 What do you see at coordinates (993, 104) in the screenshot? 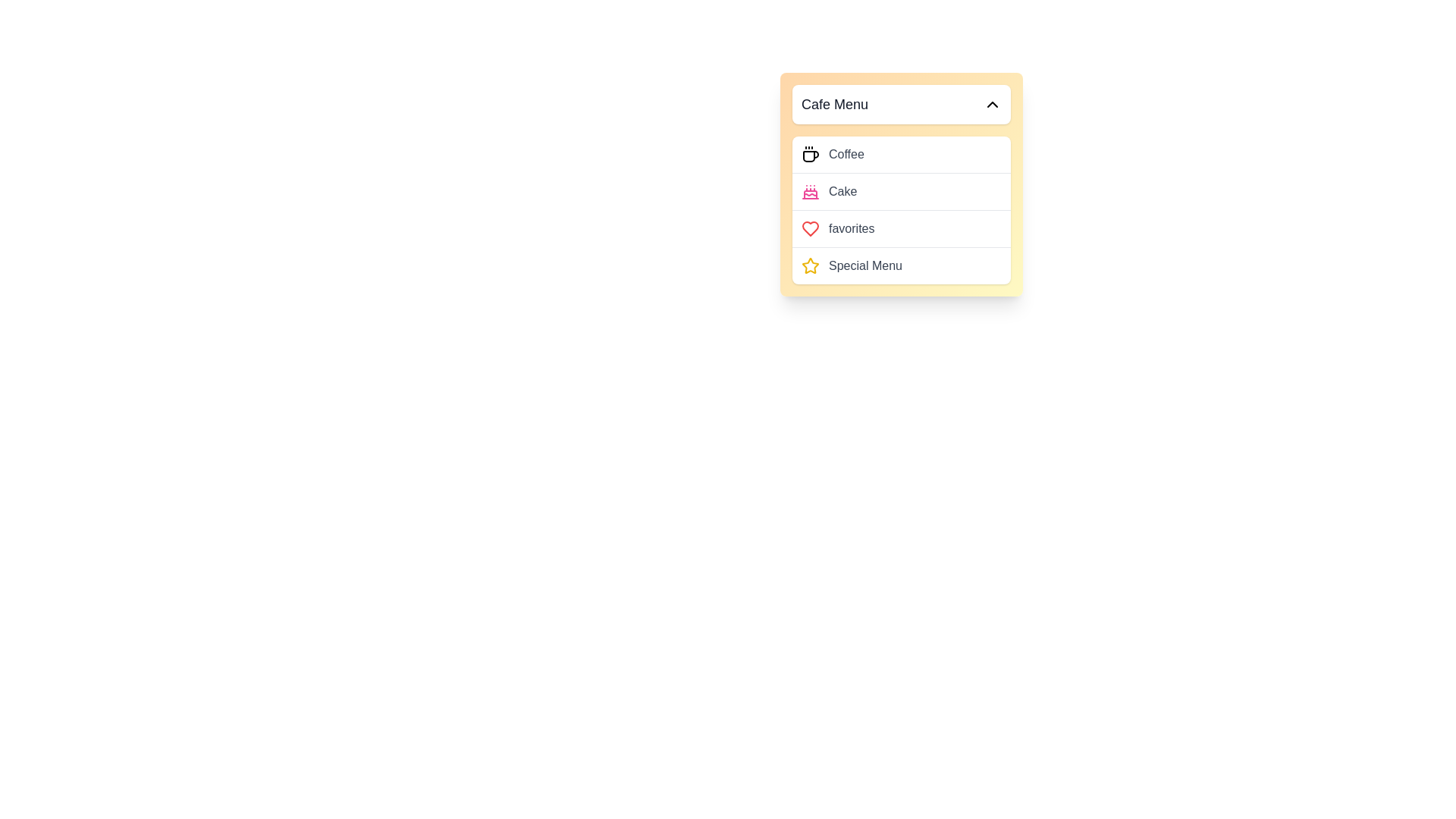
I see `the collapse button located at the top right of the 'Cafe Menu' section` at bounding box center [993, 104].